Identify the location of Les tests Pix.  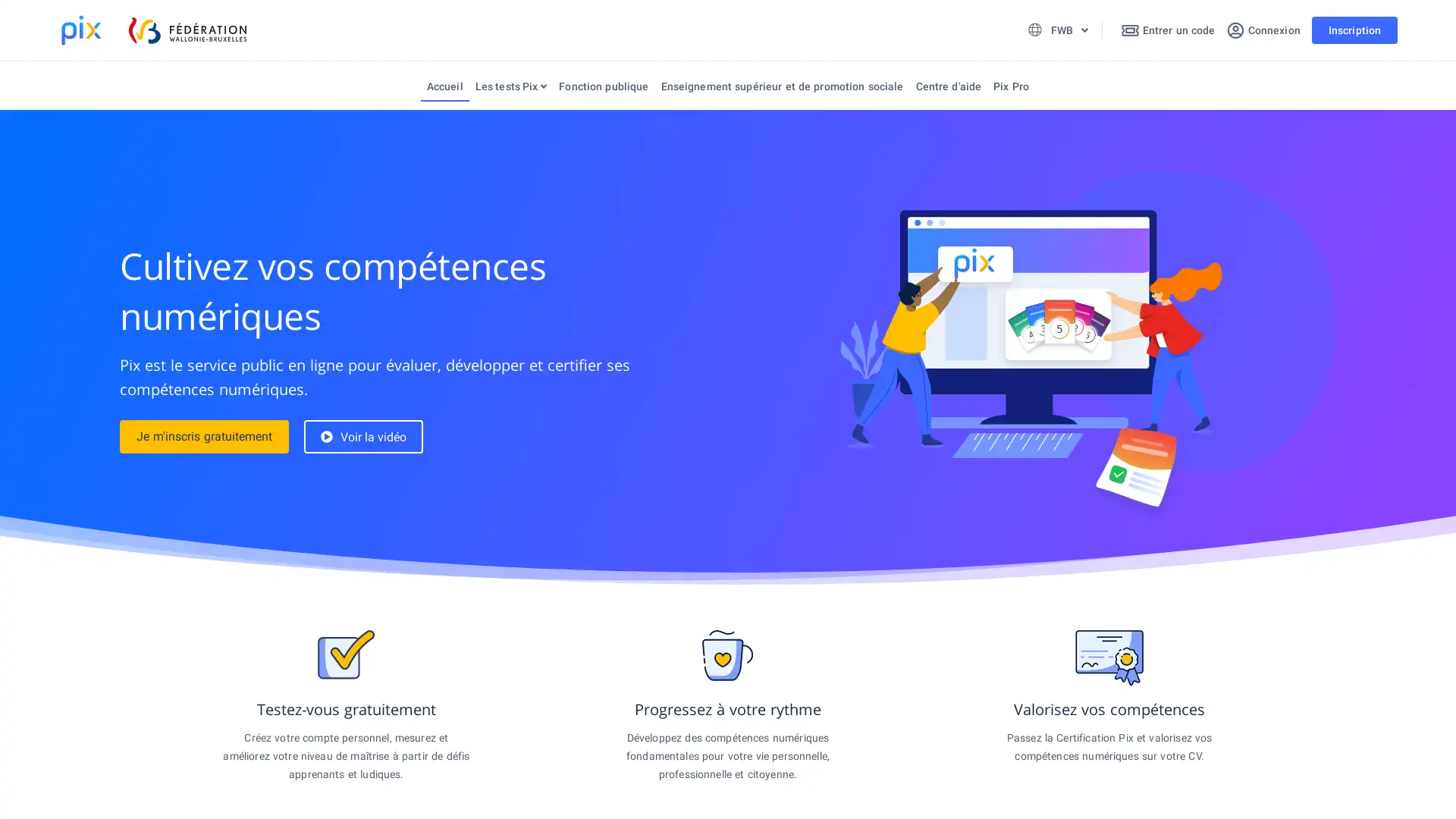
(510, 89).